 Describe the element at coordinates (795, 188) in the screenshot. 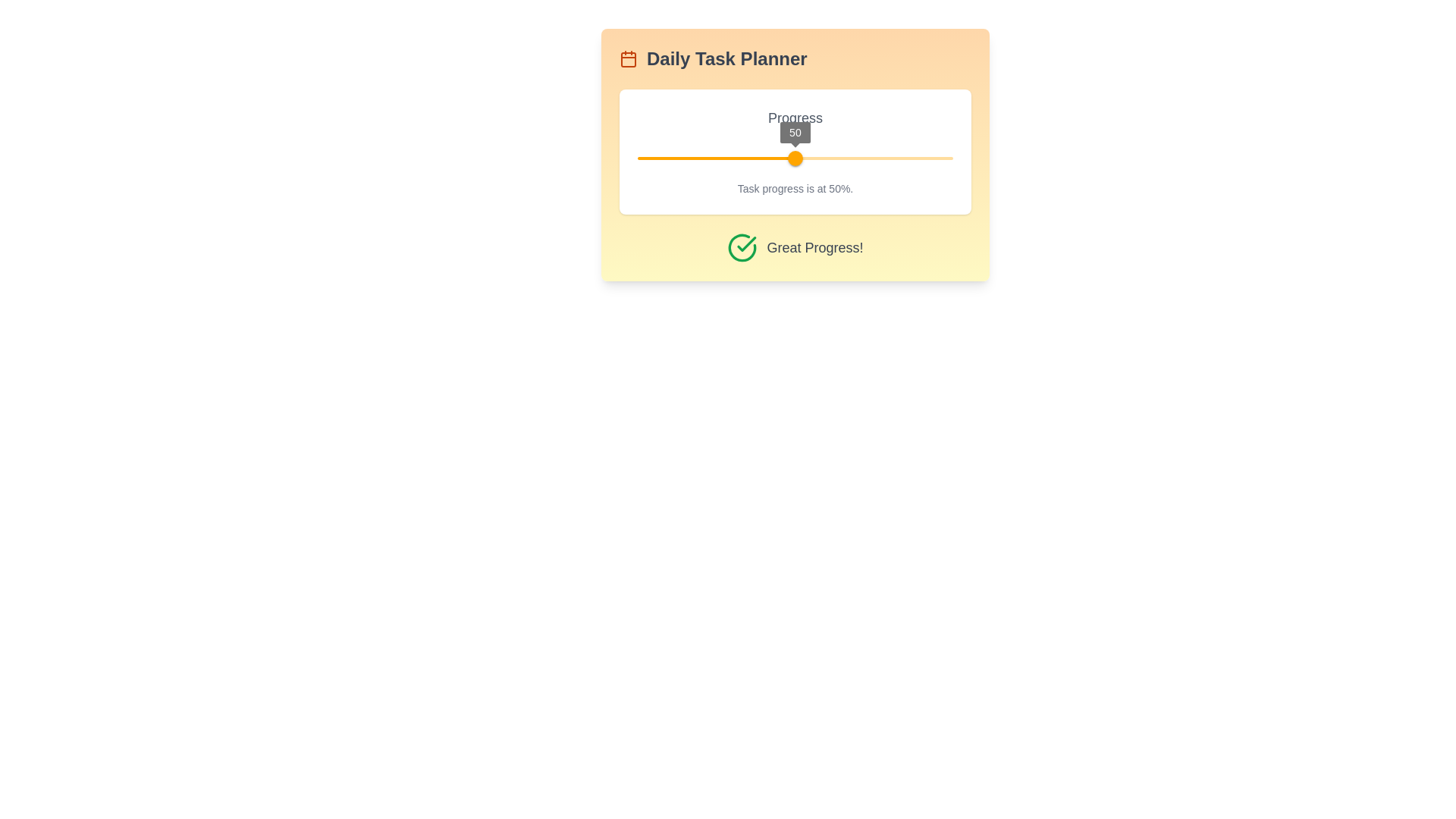

I see `the Informative Text element that provides a summary of the current task progress status, located directly below the slider labeled '50'` at that location.